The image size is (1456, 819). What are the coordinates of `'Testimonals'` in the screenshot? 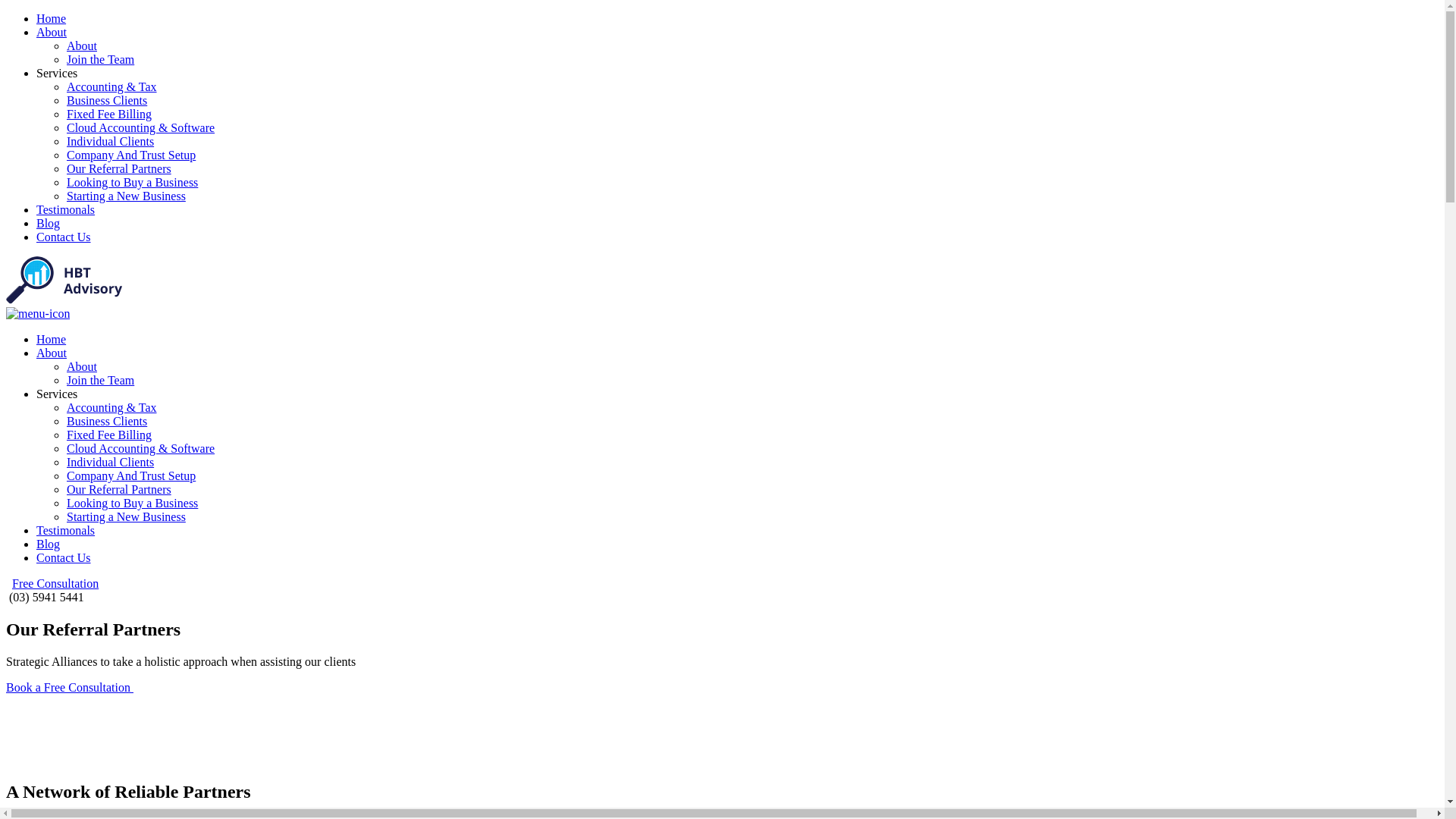 It's located at (64, 209).